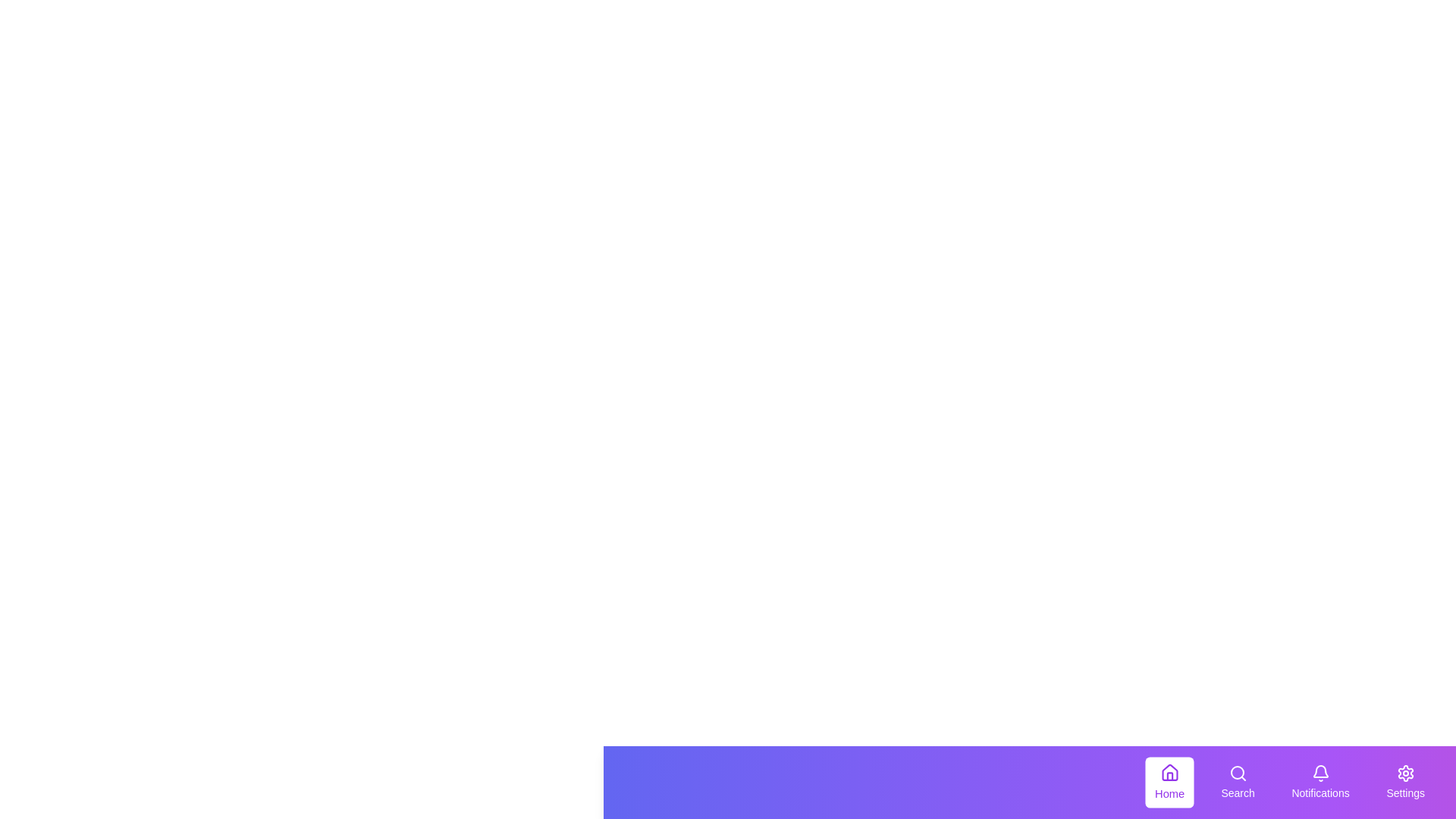  Describe the element at coordinates (1404, 783) in the screenshot. I see `the Settings tab to observe hover effects` at that location.